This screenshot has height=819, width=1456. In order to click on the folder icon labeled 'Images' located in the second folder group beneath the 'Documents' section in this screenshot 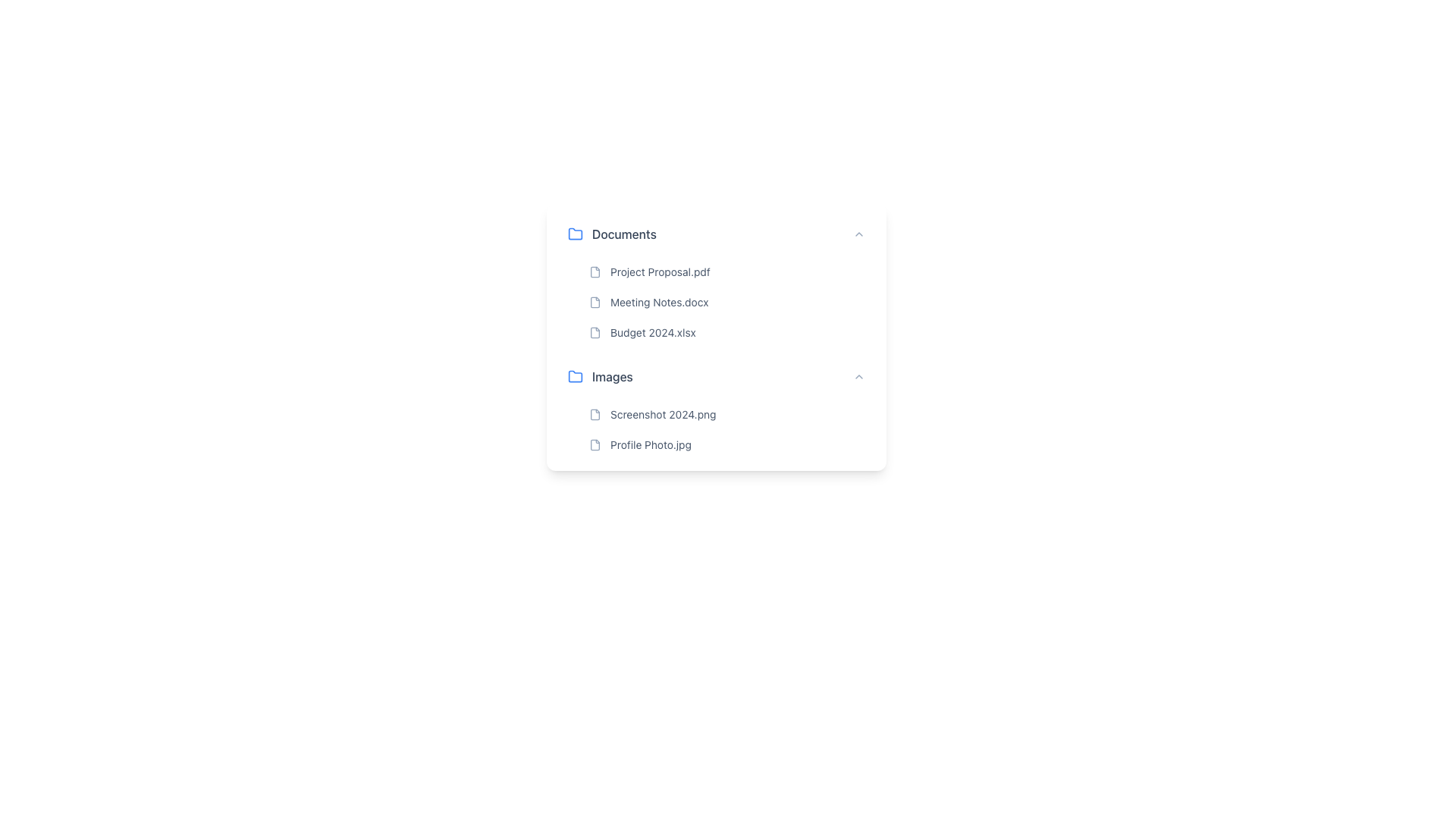, I will do `click(574, 375)`.